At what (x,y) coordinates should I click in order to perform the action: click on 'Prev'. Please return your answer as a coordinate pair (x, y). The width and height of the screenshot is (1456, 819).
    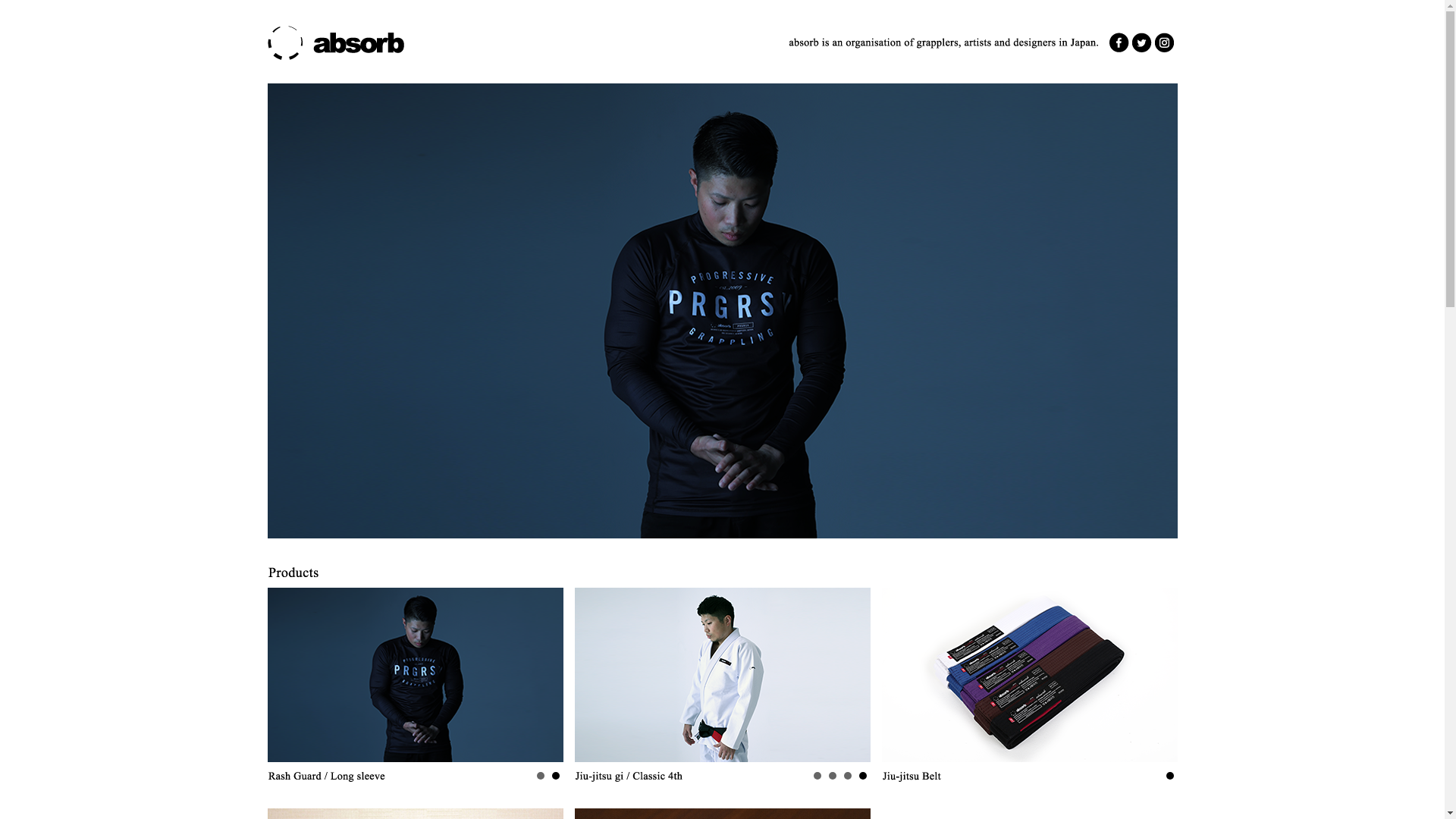
    Looking at the image, I should click on (593, 674).